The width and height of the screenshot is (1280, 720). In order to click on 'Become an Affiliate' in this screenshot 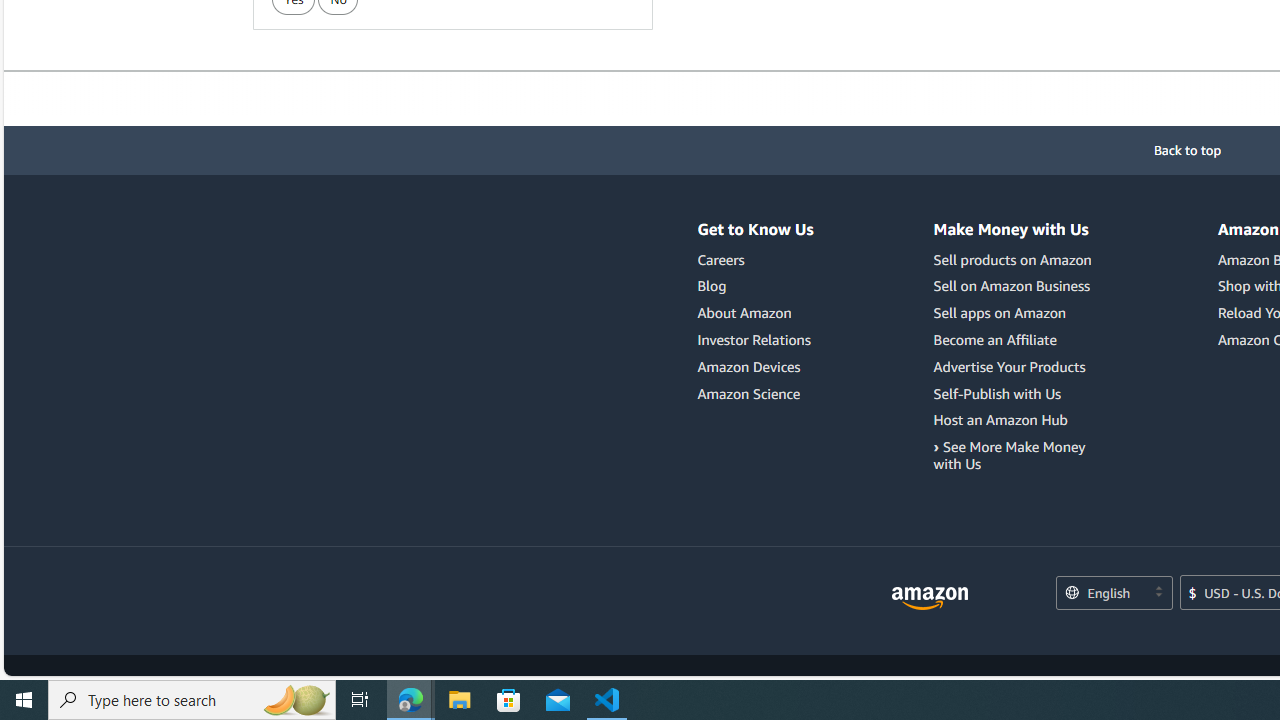, I will do `click(1015, 339)`.